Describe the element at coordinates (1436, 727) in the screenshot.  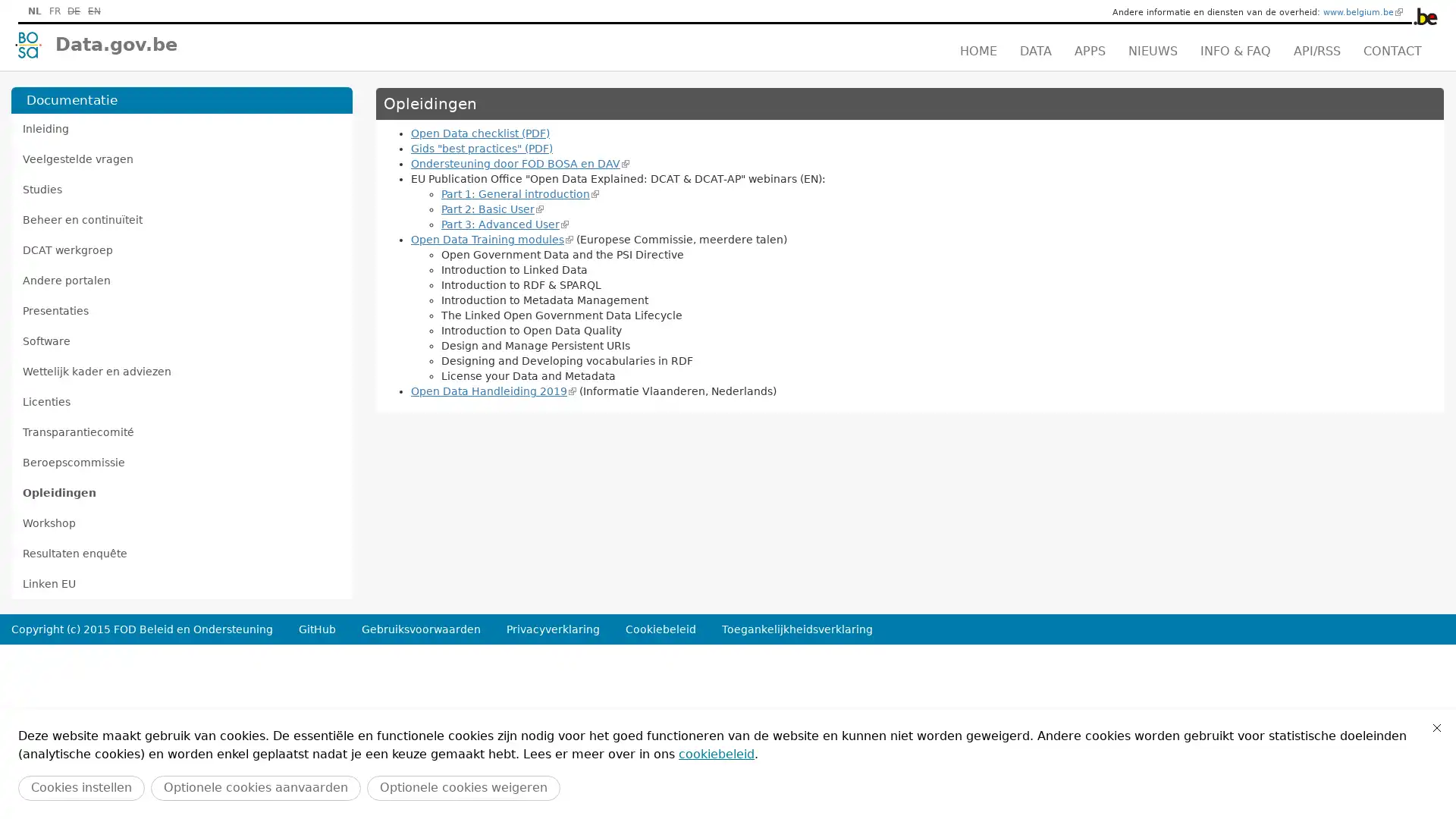
I see `Sluiten` at that location.